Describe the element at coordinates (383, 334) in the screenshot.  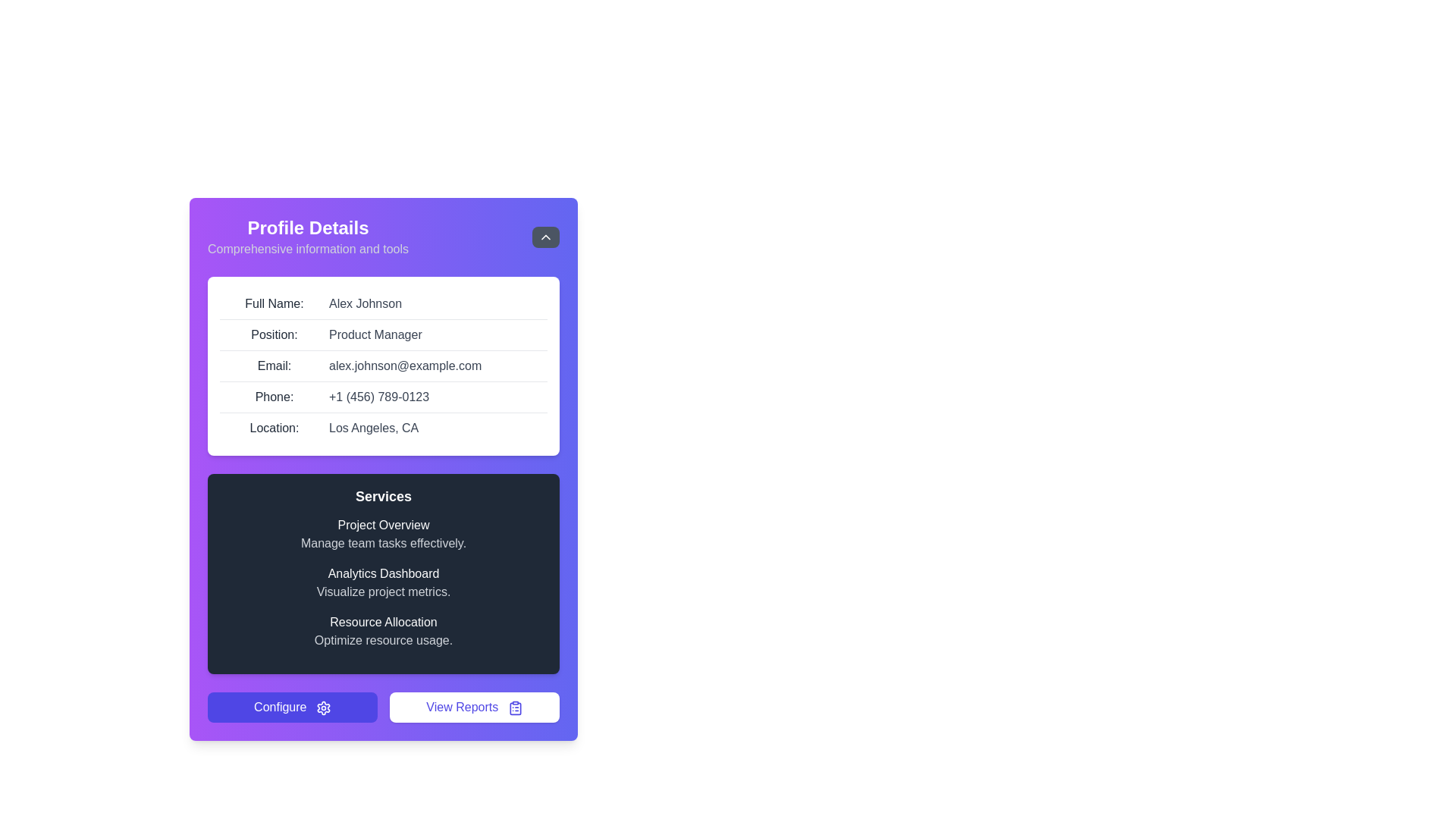
I see `the static text display showing the job title 'Product Manager', located below the 'Full Name: Alex Johnson' and above 'Email: alex.johnson@example.com'` at that location.